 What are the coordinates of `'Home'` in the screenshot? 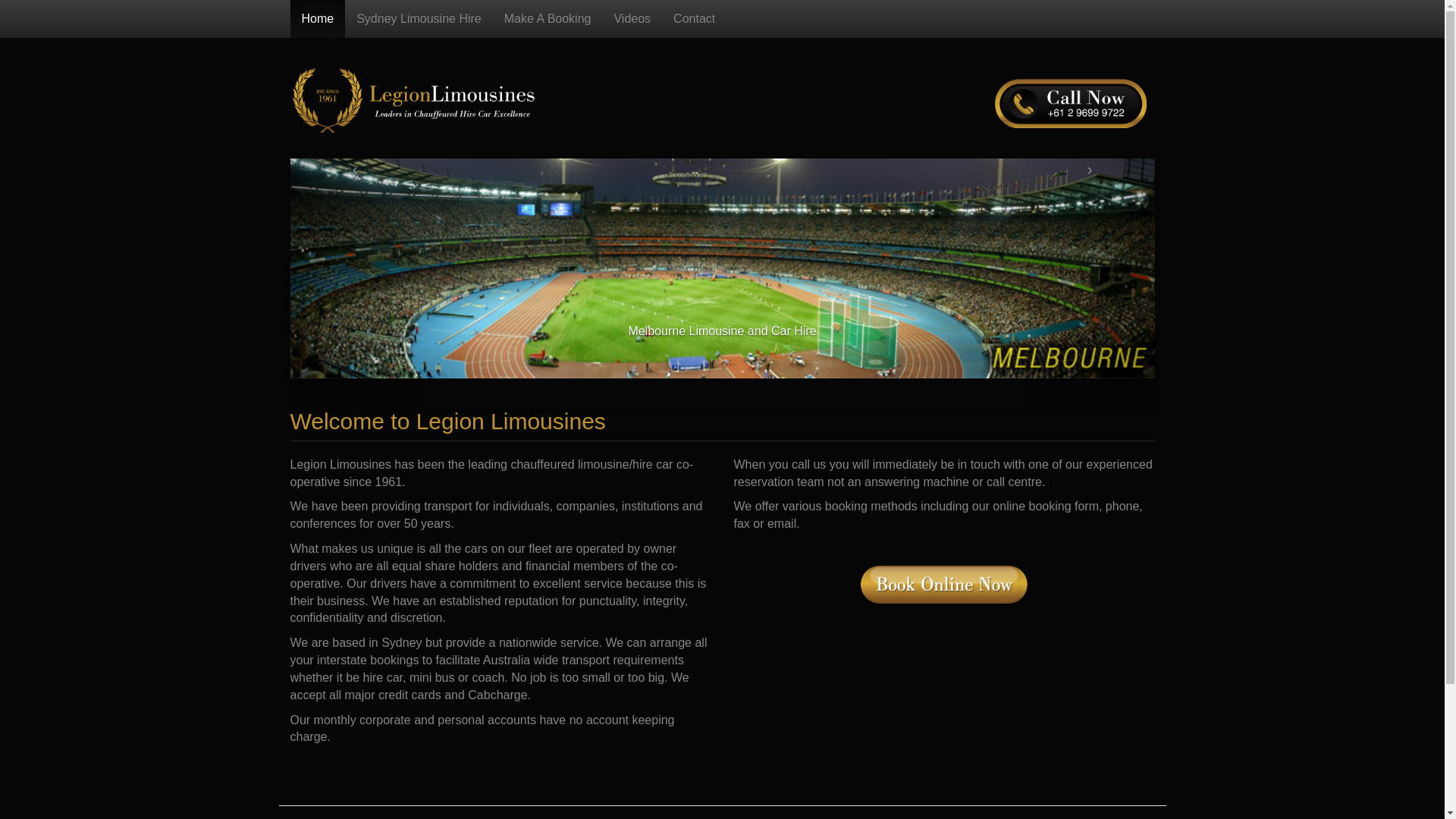 It's located at (290, 18).